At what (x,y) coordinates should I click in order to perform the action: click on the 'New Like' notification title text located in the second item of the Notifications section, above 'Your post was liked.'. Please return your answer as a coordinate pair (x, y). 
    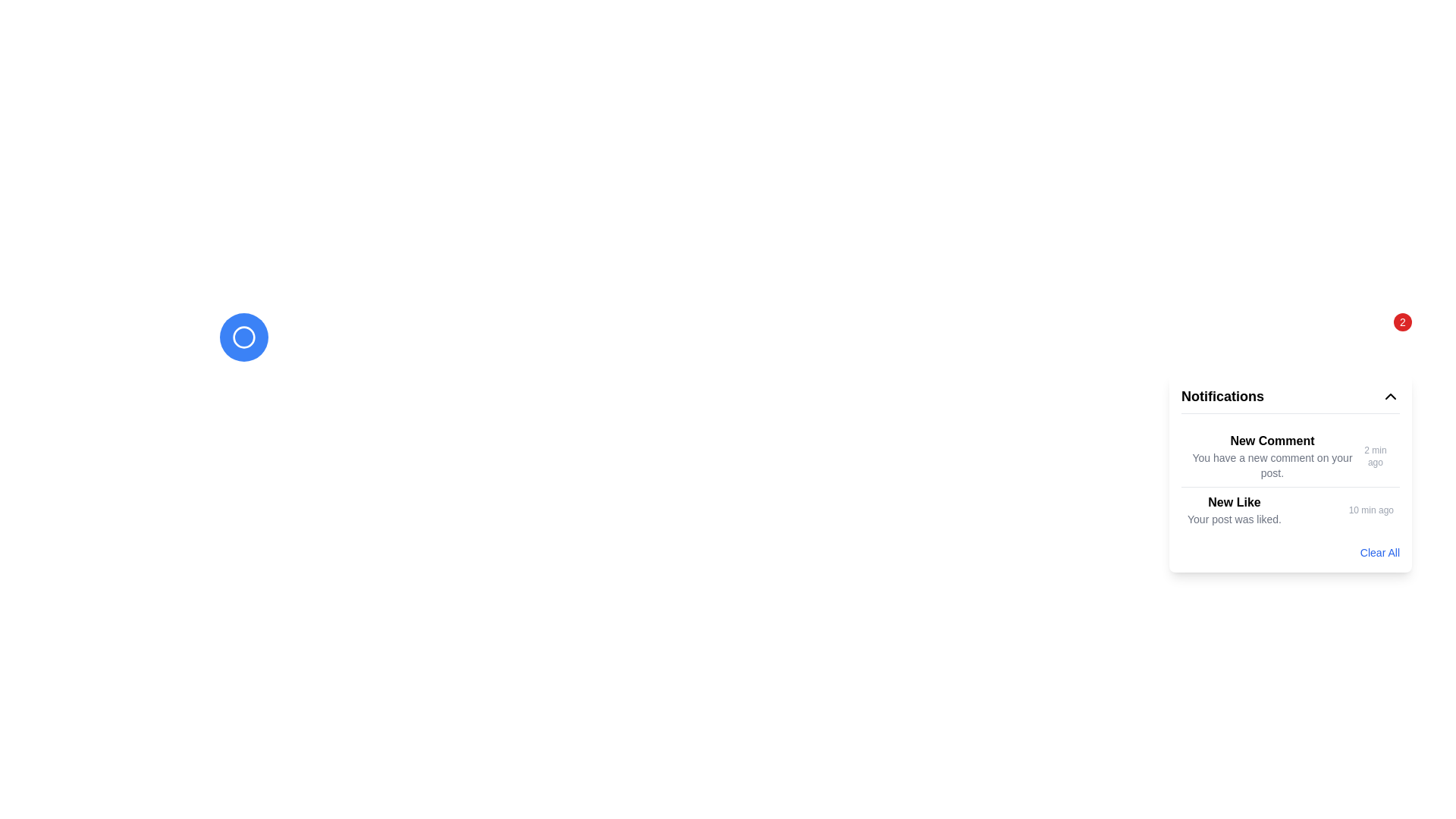
    Looking at the image, I should click on (1234, 503).